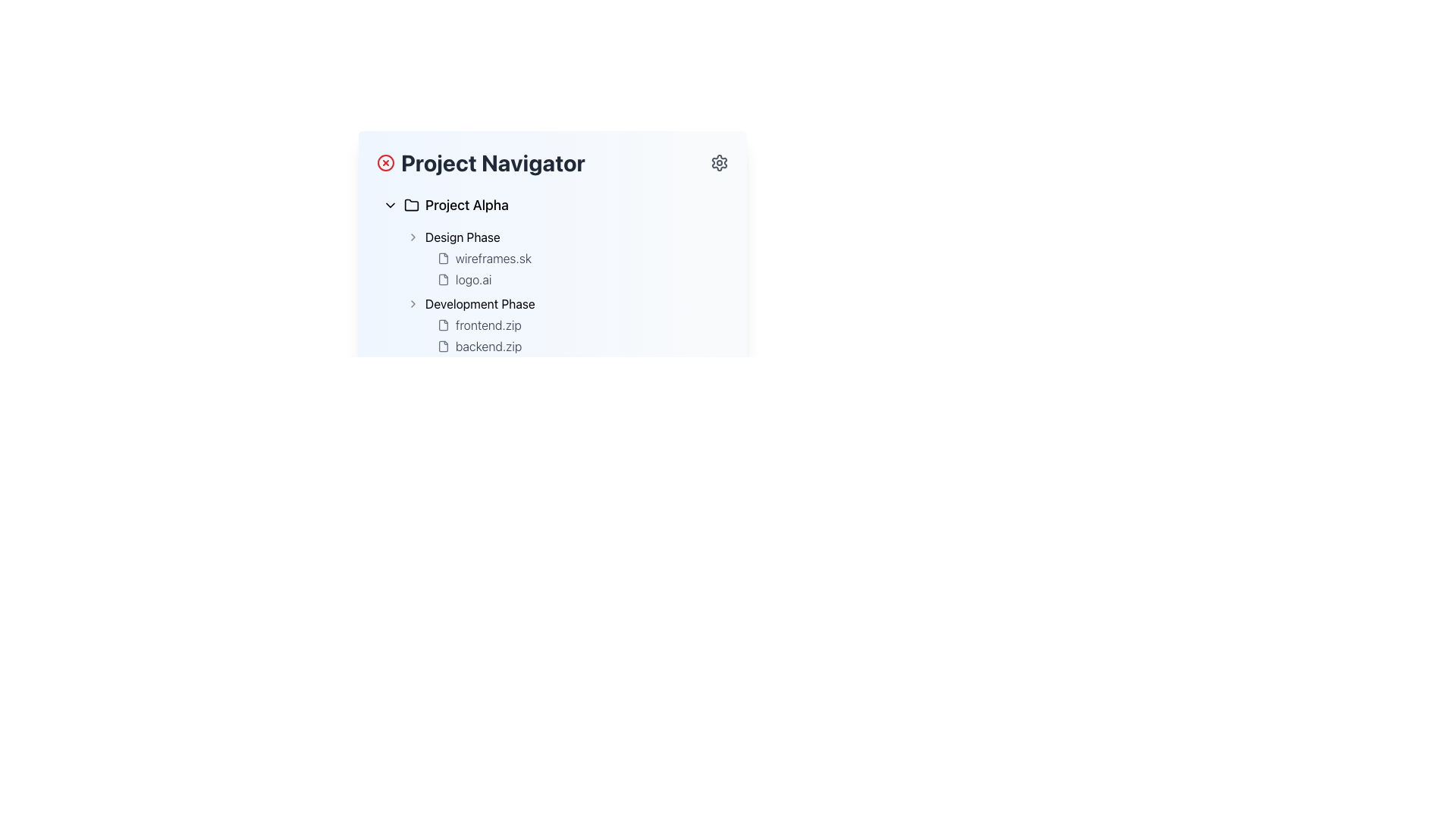 Image resolution: width=1456 pixels, height=819 pixels. What do you see at coordinates (413, 304) in the screenshot?
I see `the small right-pointing chevron icon beside the text labeled 'Development Phase'` at bounding box center [413, 304].